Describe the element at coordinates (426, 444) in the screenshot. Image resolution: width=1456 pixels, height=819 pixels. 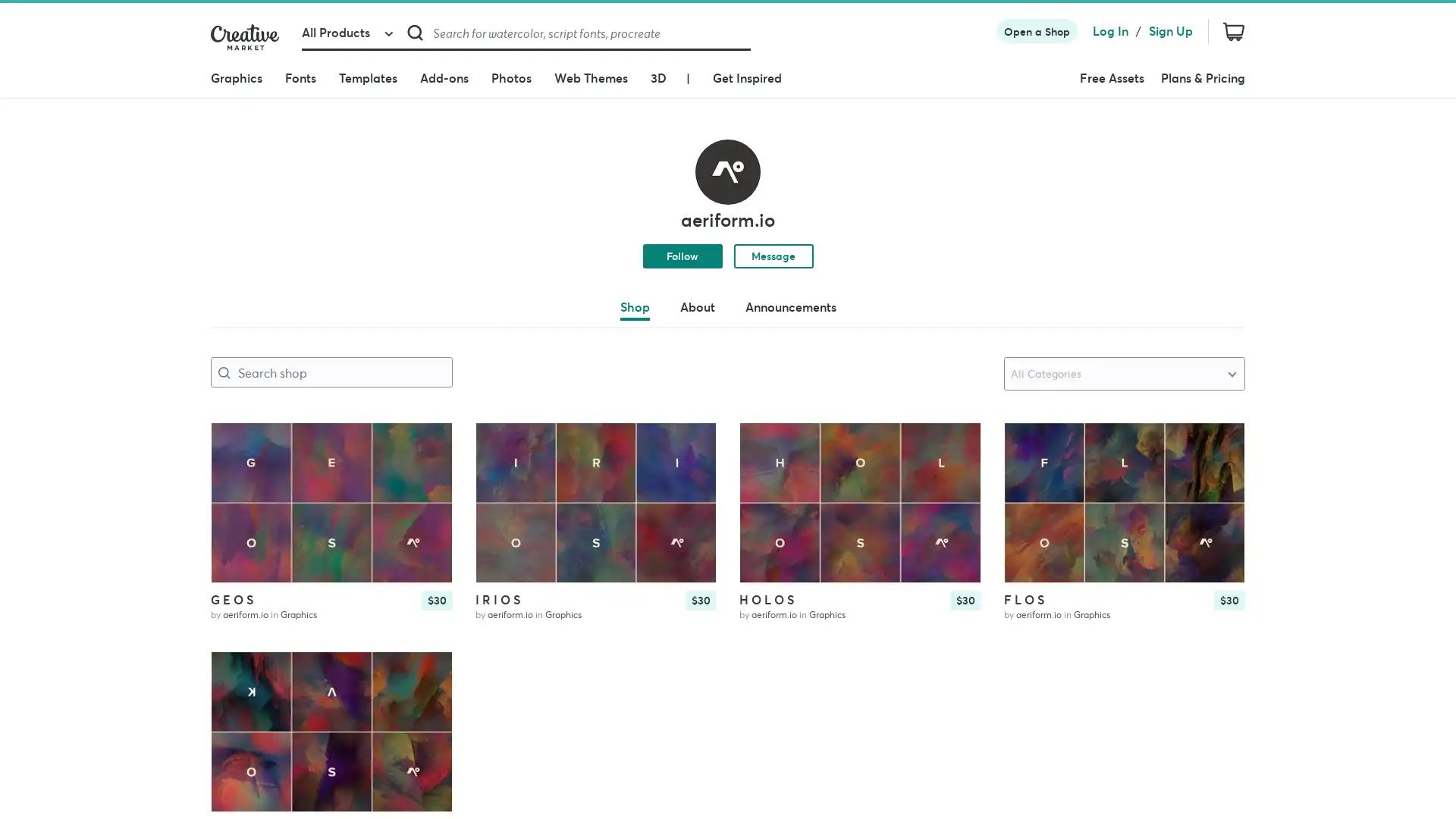
I see `Like` at that location.